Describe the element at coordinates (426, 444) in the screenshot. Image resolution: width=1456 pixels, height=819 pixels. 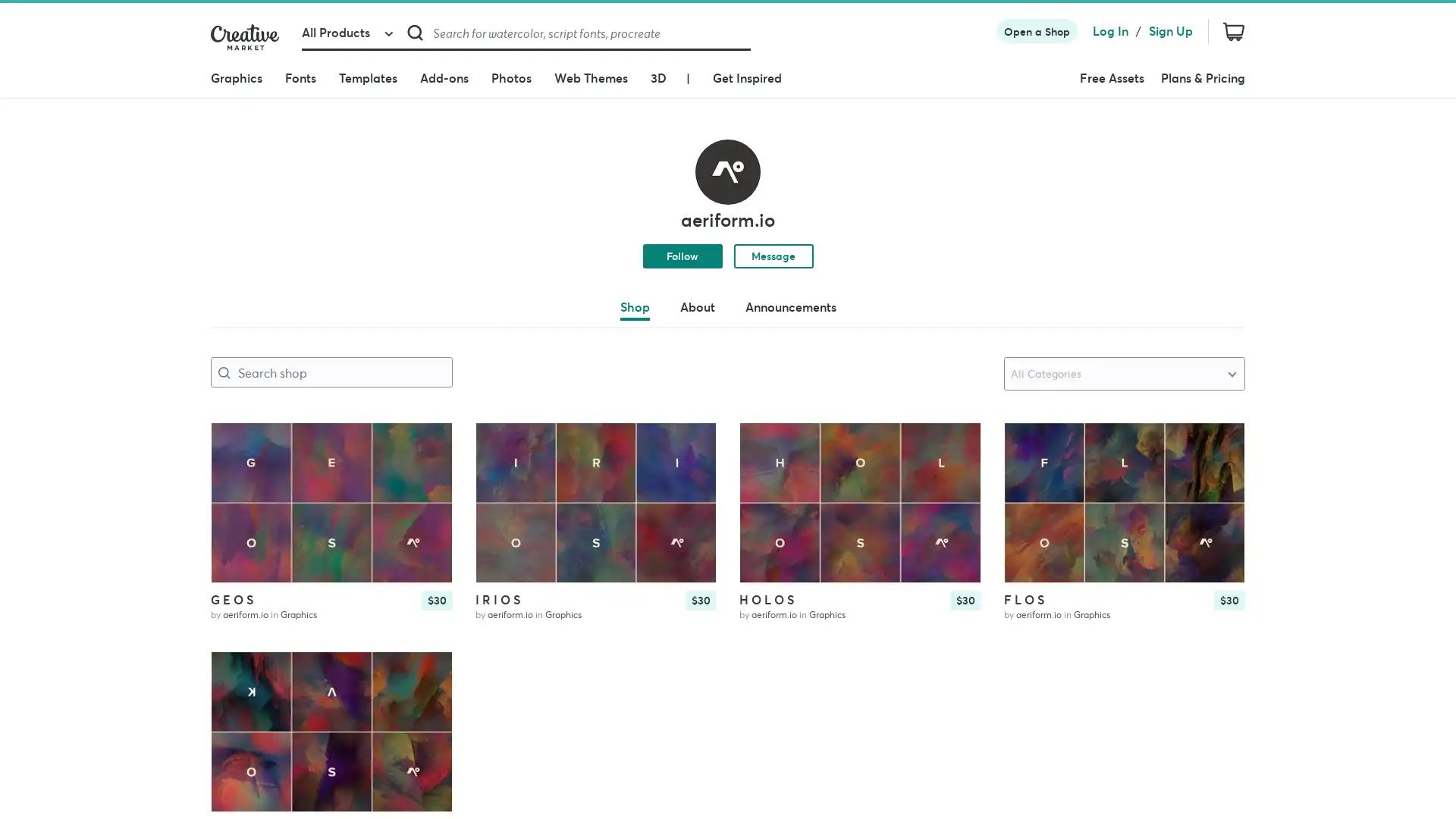
I see `Like` at that location.